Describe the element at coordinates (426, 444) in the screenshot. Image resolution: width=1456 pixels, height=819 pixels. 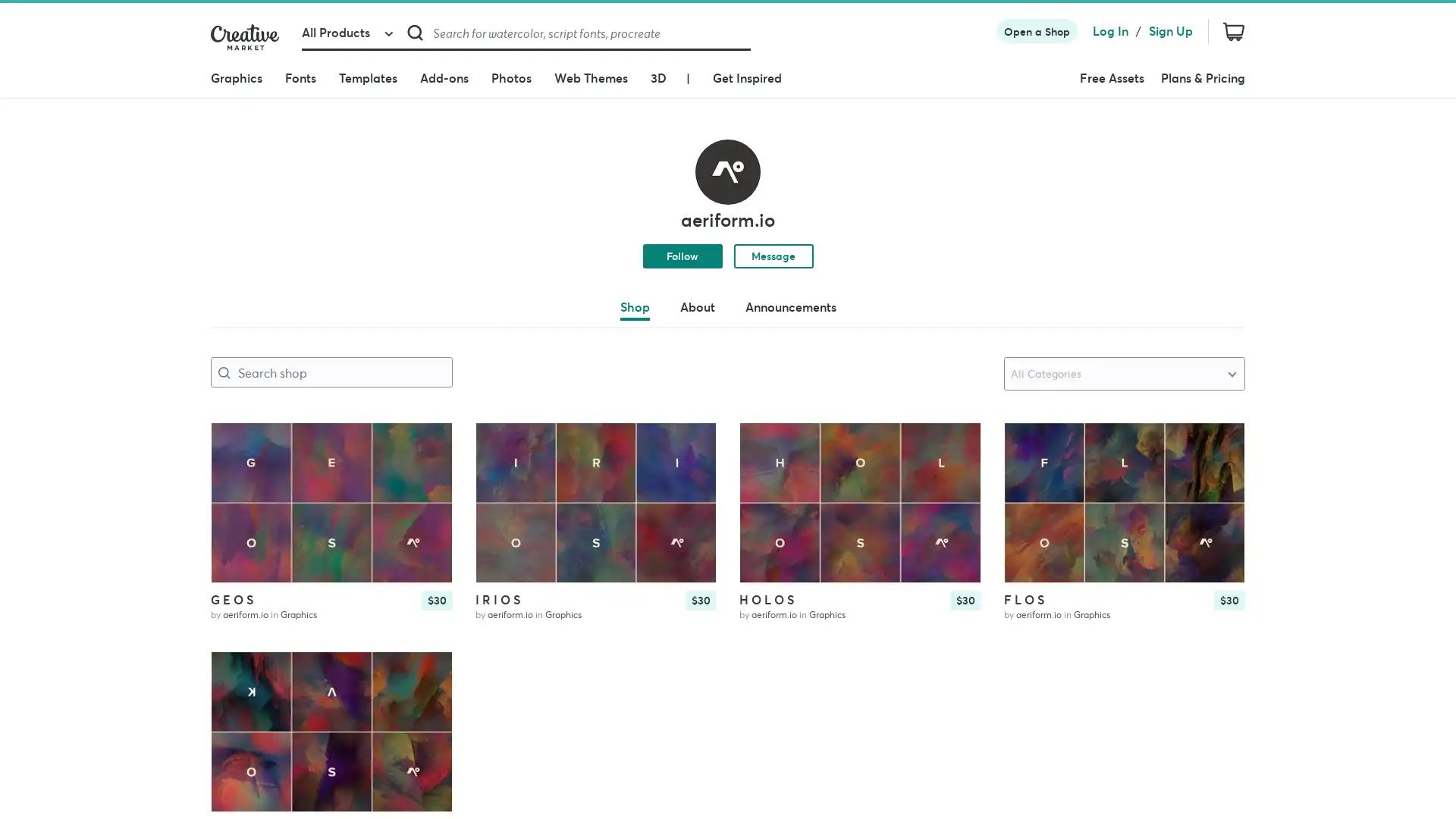
I see `Like` at that location.